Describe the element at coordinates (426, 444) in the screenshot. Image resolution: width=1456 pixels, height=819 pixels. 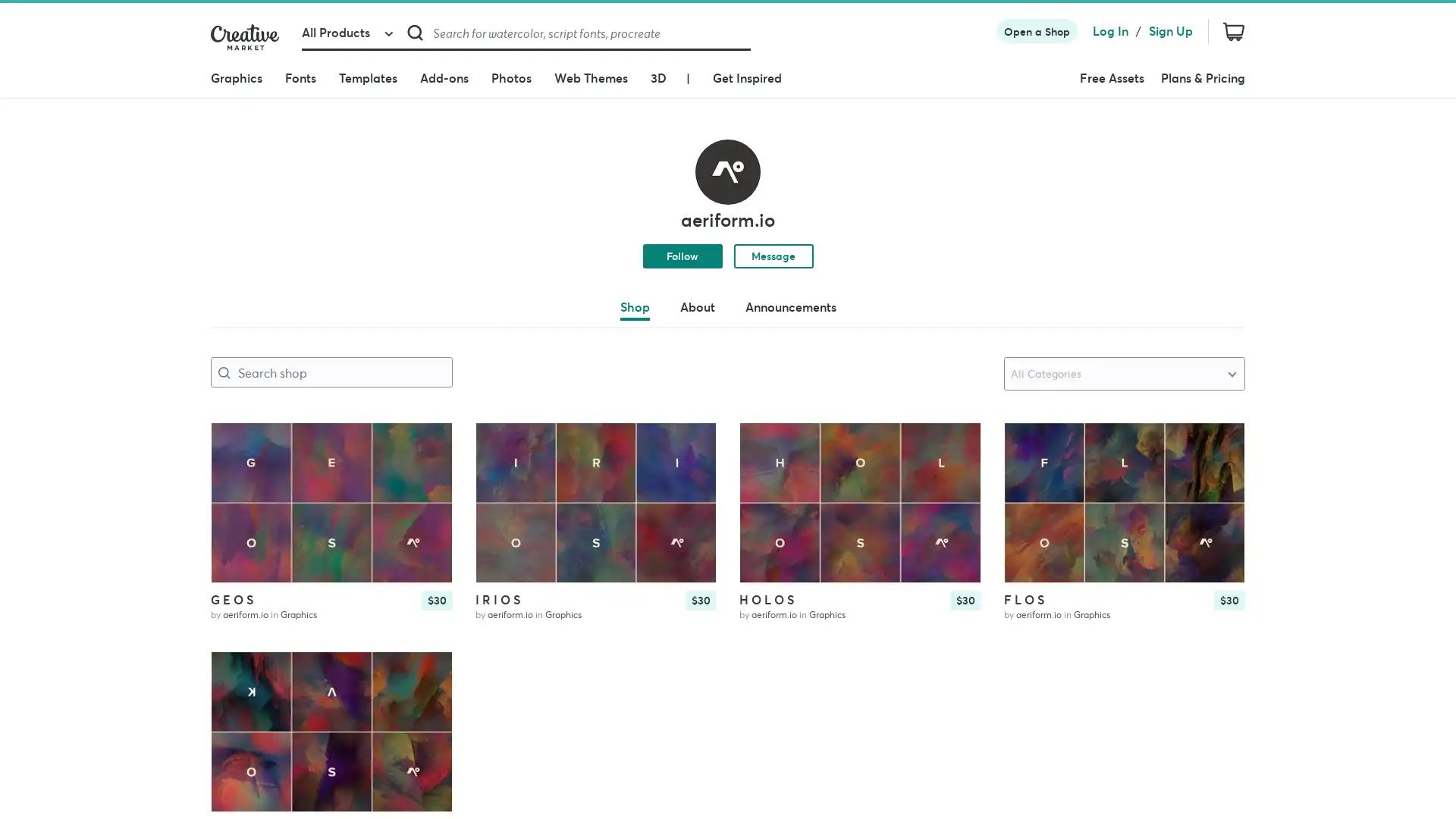
I see `Like` at that location.